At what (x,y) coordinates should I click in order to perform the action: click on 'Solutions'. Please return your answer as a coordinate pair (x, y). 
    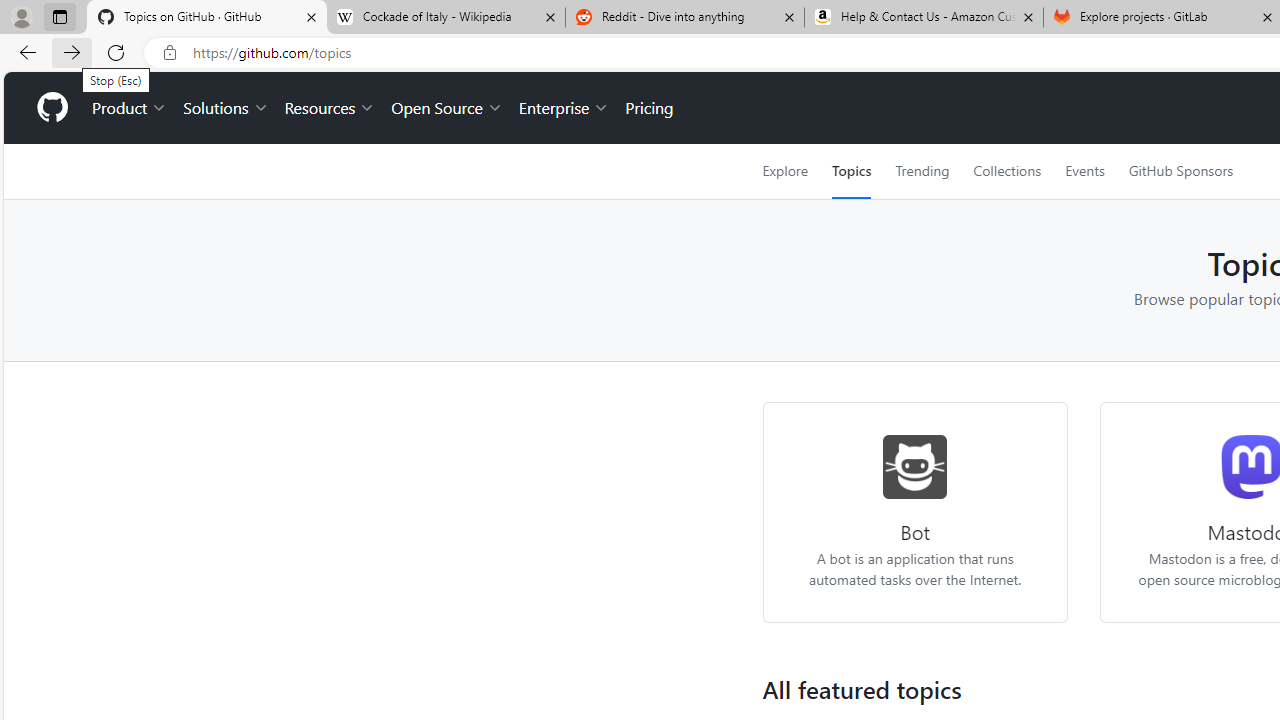
    Looking at the image, I should click on (225, 108).